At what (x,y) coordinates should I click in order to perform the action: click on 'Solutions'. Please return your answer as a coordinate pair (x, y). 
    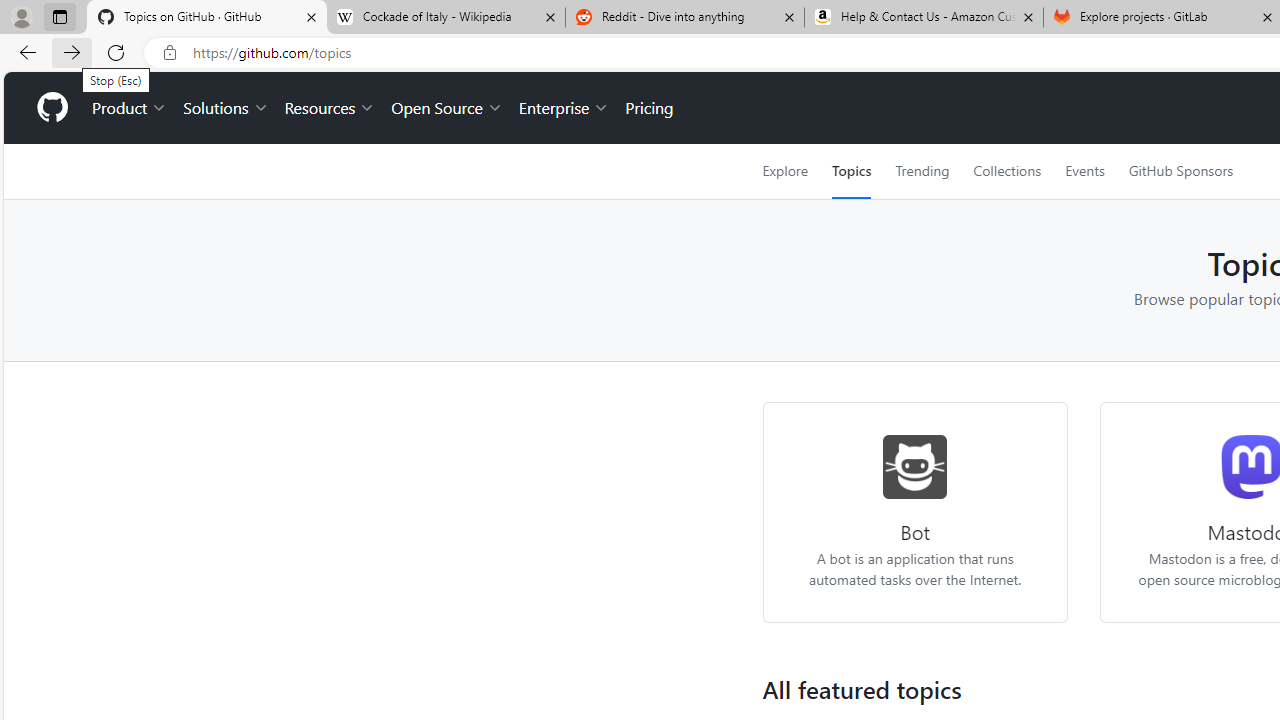
    Looking at the image, I should click on (225, 108).